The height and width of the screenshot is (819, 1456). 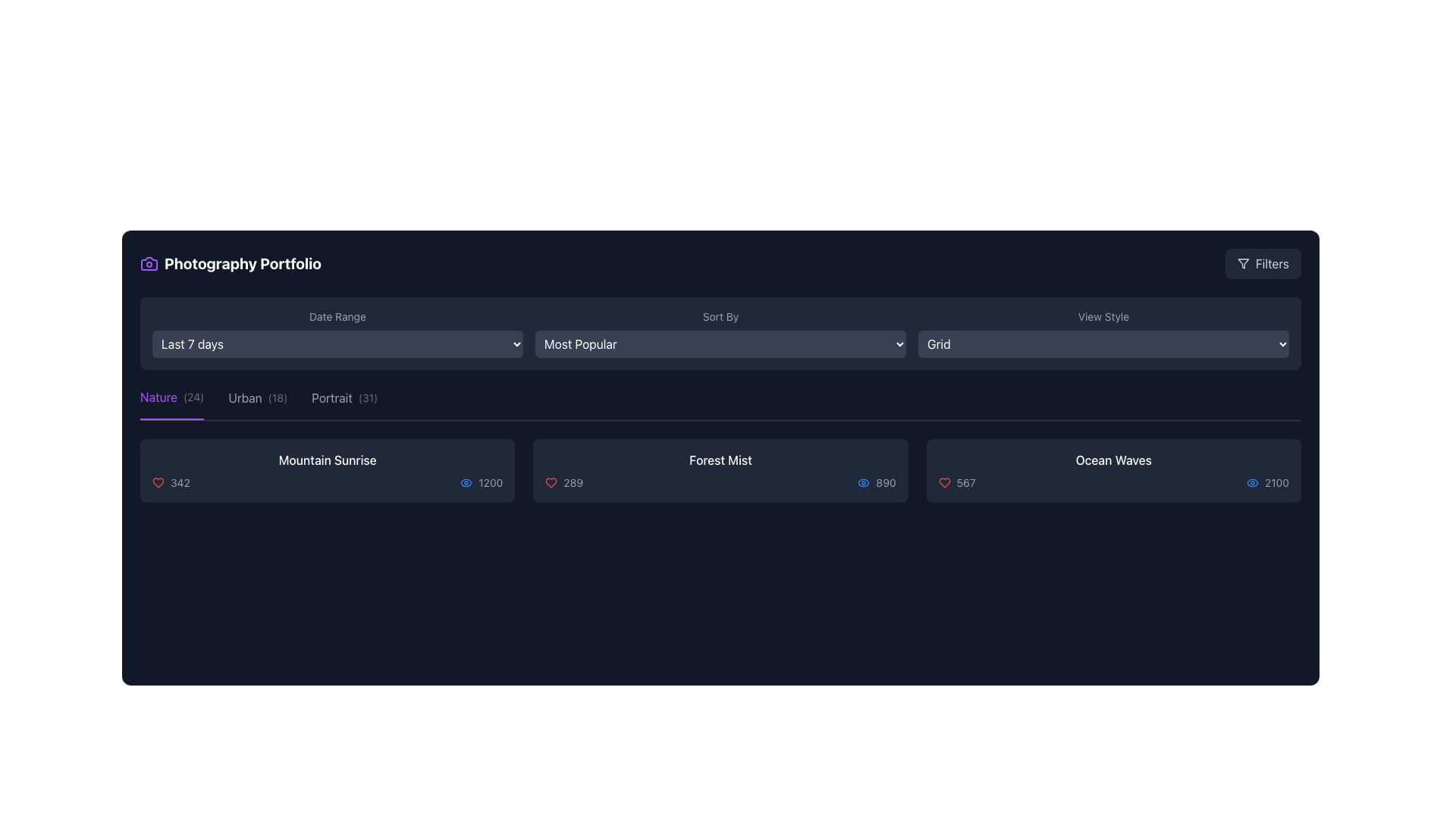 What do you see at coordinates (1103, 344) in the screenshot?
I see `the Dropdown menu button labeled 'Grid' with rounded corners and a dark gray background` at bounding box center [1103, 344].